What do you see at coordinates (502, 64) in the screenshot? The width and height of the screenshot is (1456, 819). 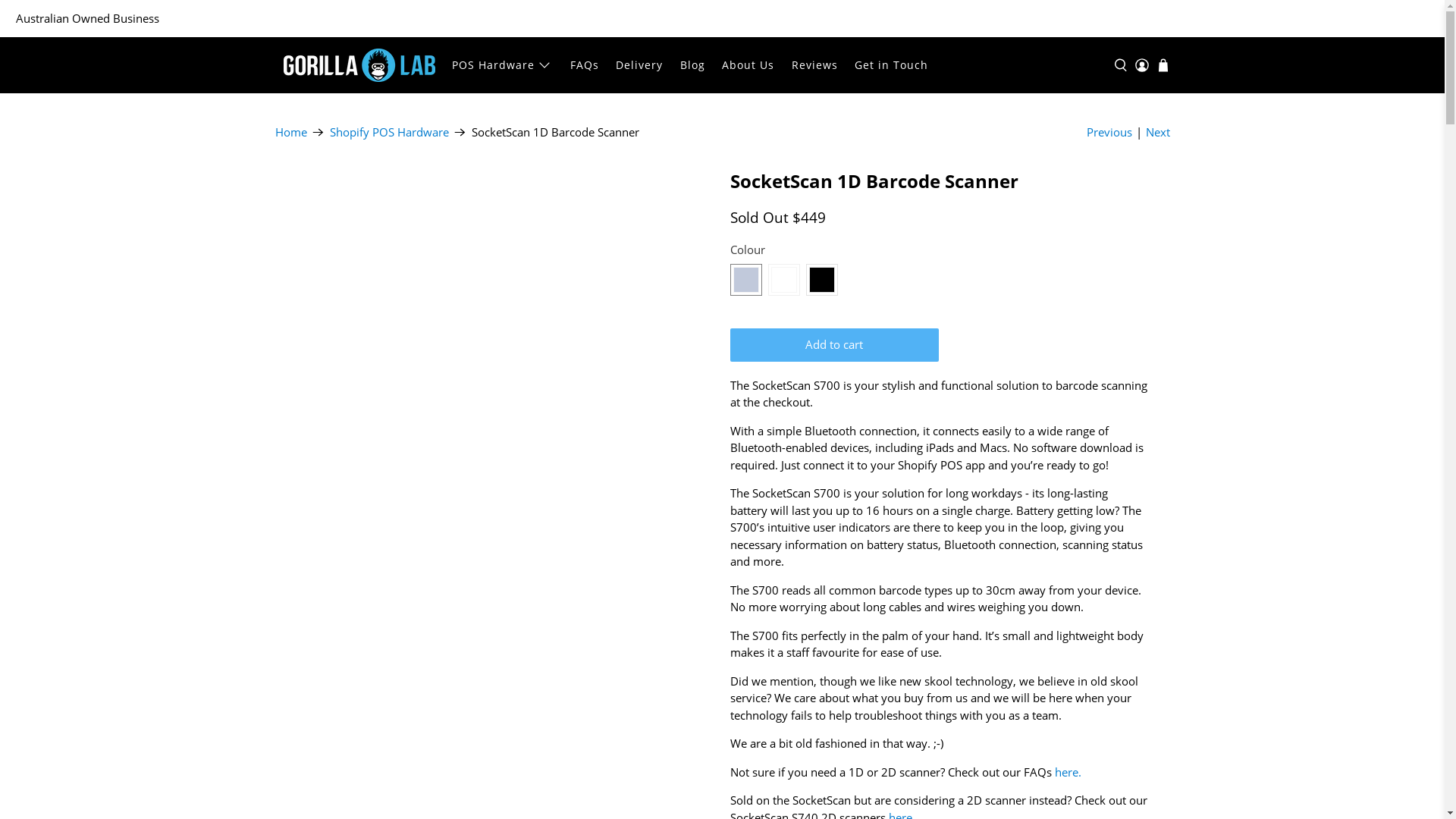 I see `'POS Hardware'` at bounding box center [502, 64].